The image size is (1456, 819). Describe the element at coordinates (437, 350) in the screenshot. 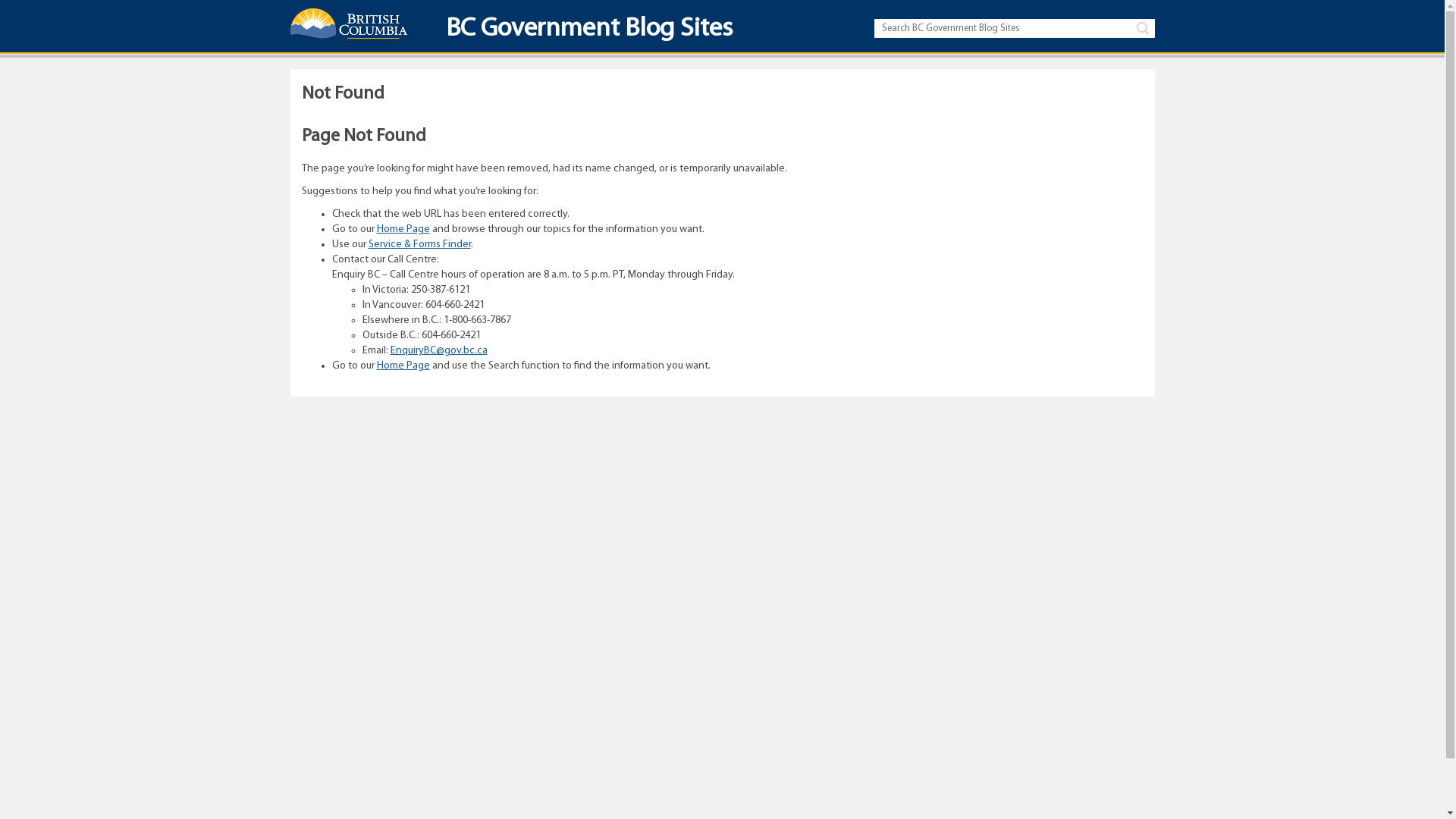

I see `'EnquiryBC@gov.bc.ca'` at that location.